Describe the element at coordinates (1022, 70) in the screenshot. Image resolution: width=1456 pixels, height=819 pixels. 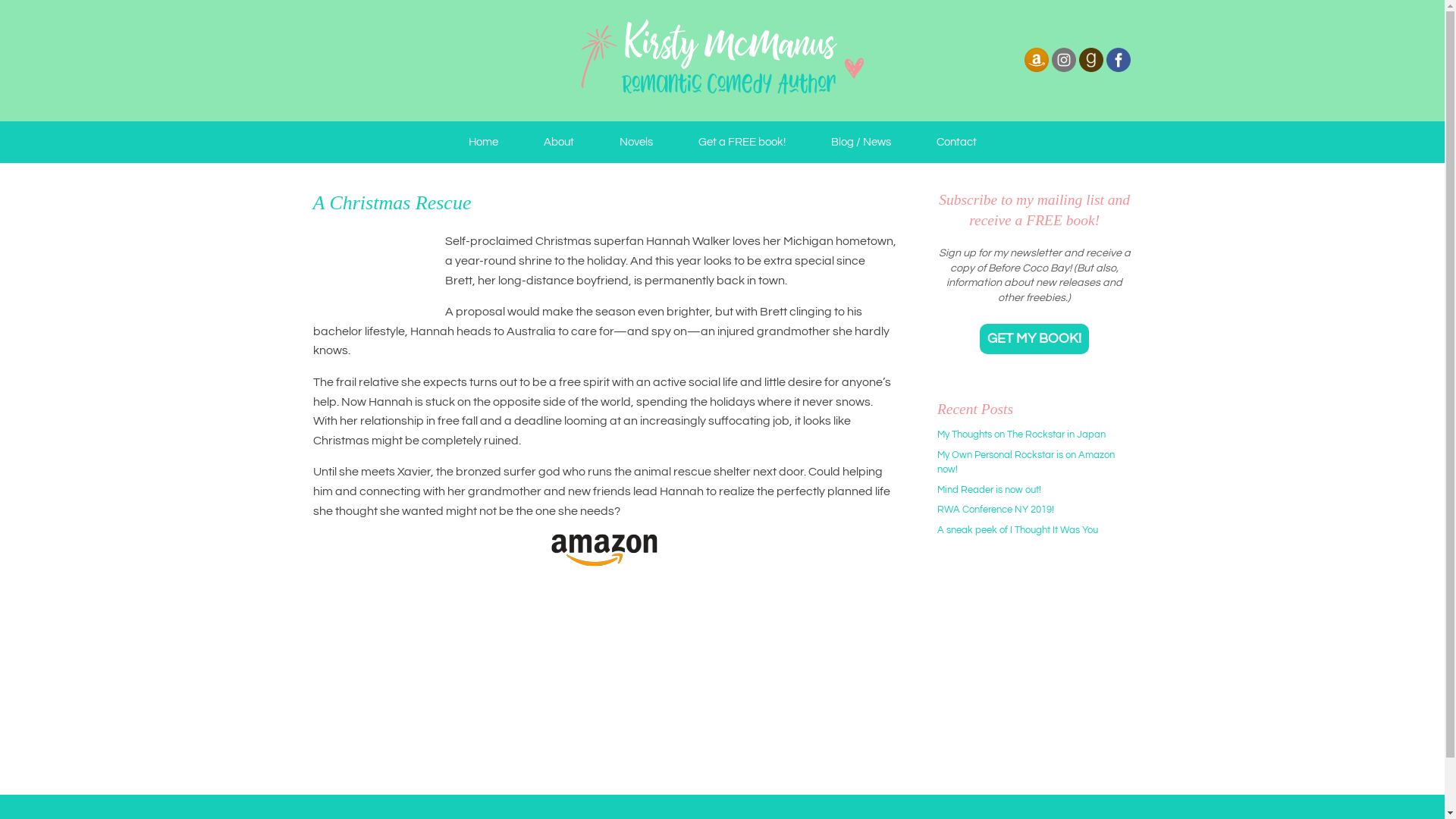
I see `'Amazon'` at that location.